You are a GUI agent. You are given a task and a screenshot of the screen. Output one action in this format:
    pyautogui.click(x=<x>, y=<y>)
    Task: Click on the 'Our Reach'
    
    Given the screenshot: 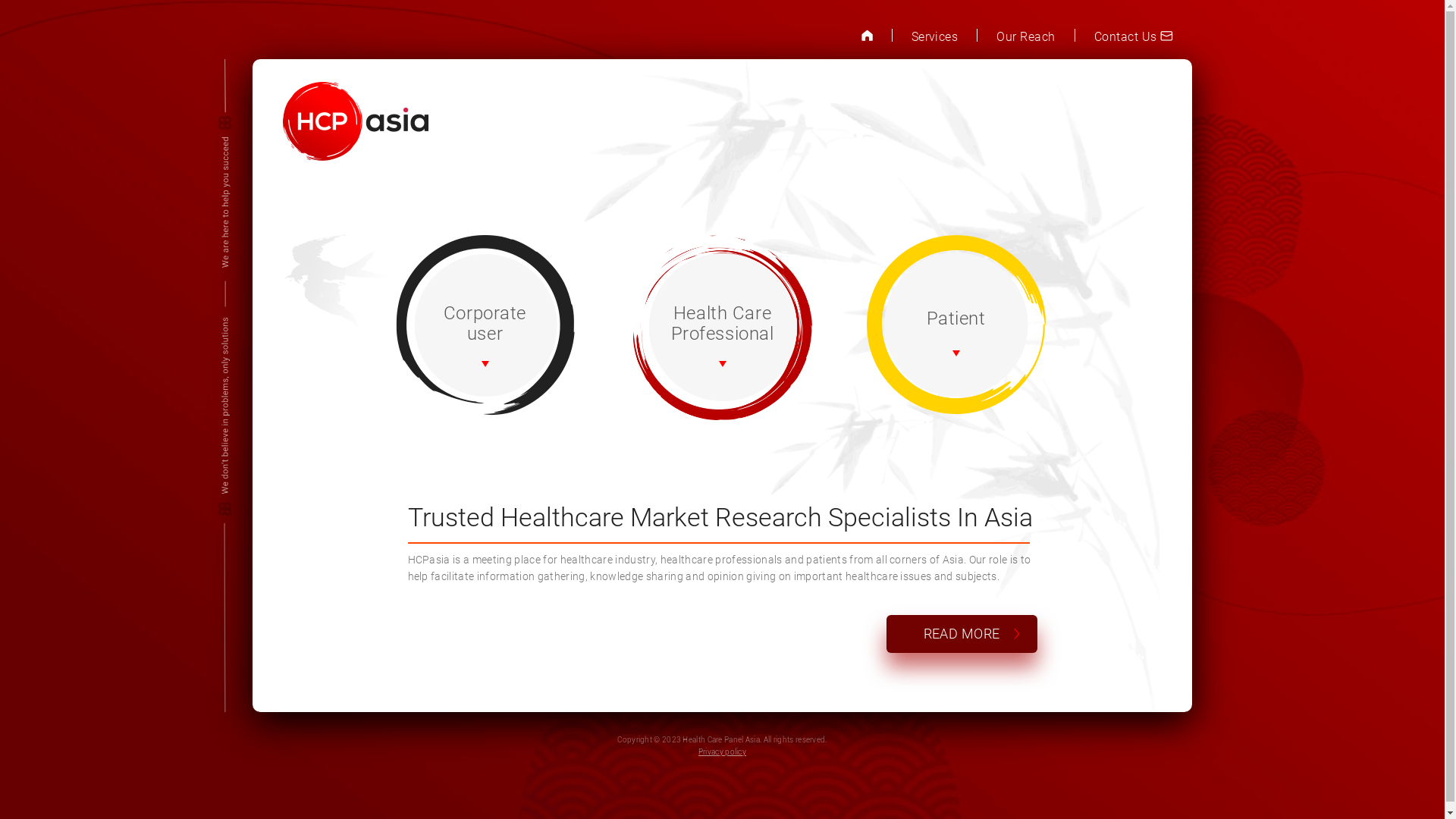 What is the action you would take?
    pyautogui.click(x=1025, y=36)
    